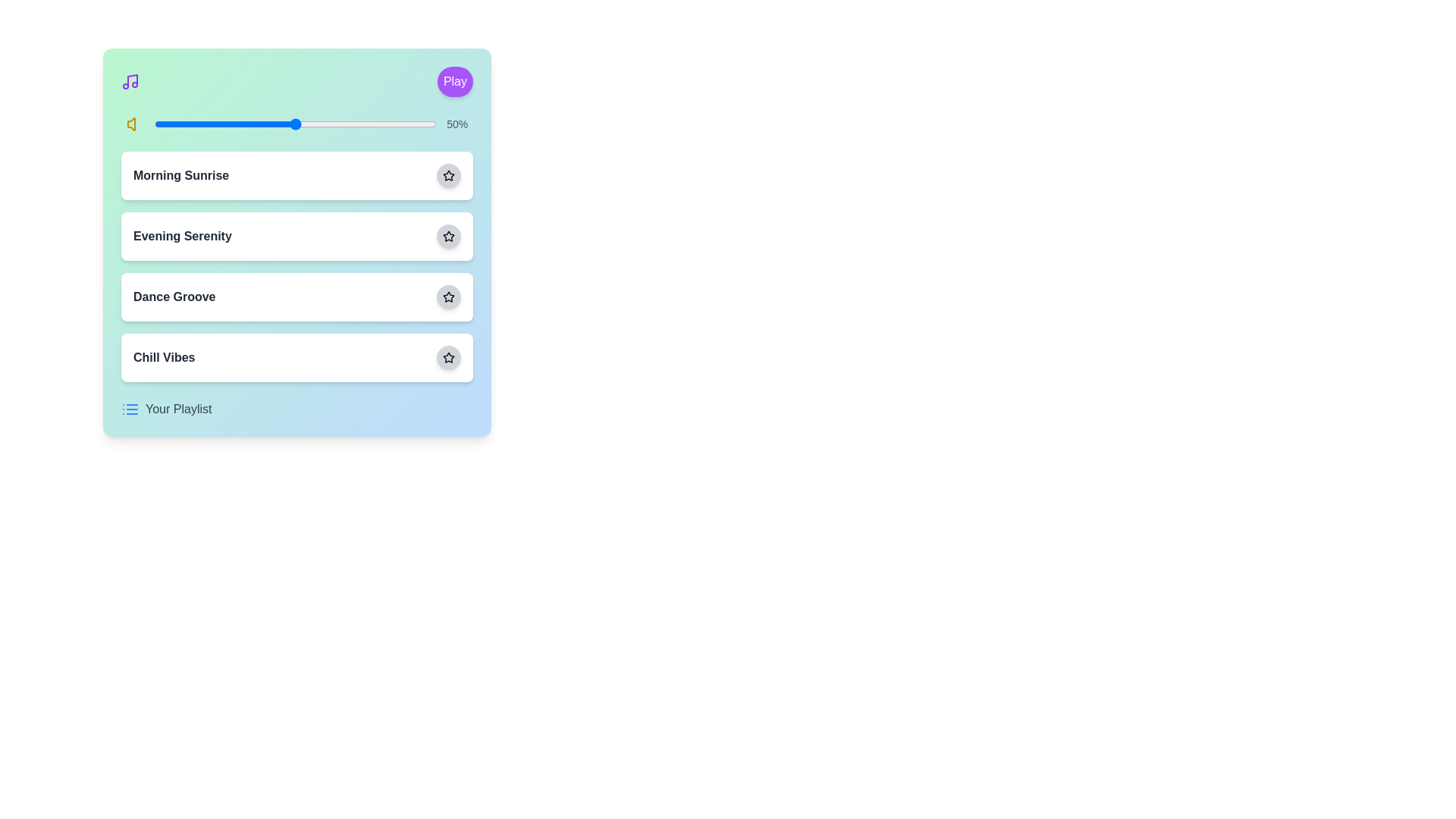 The image size is (1456, 819). I want to click on the music playback button located at the top-right corner of the music player, so click(454, 82).